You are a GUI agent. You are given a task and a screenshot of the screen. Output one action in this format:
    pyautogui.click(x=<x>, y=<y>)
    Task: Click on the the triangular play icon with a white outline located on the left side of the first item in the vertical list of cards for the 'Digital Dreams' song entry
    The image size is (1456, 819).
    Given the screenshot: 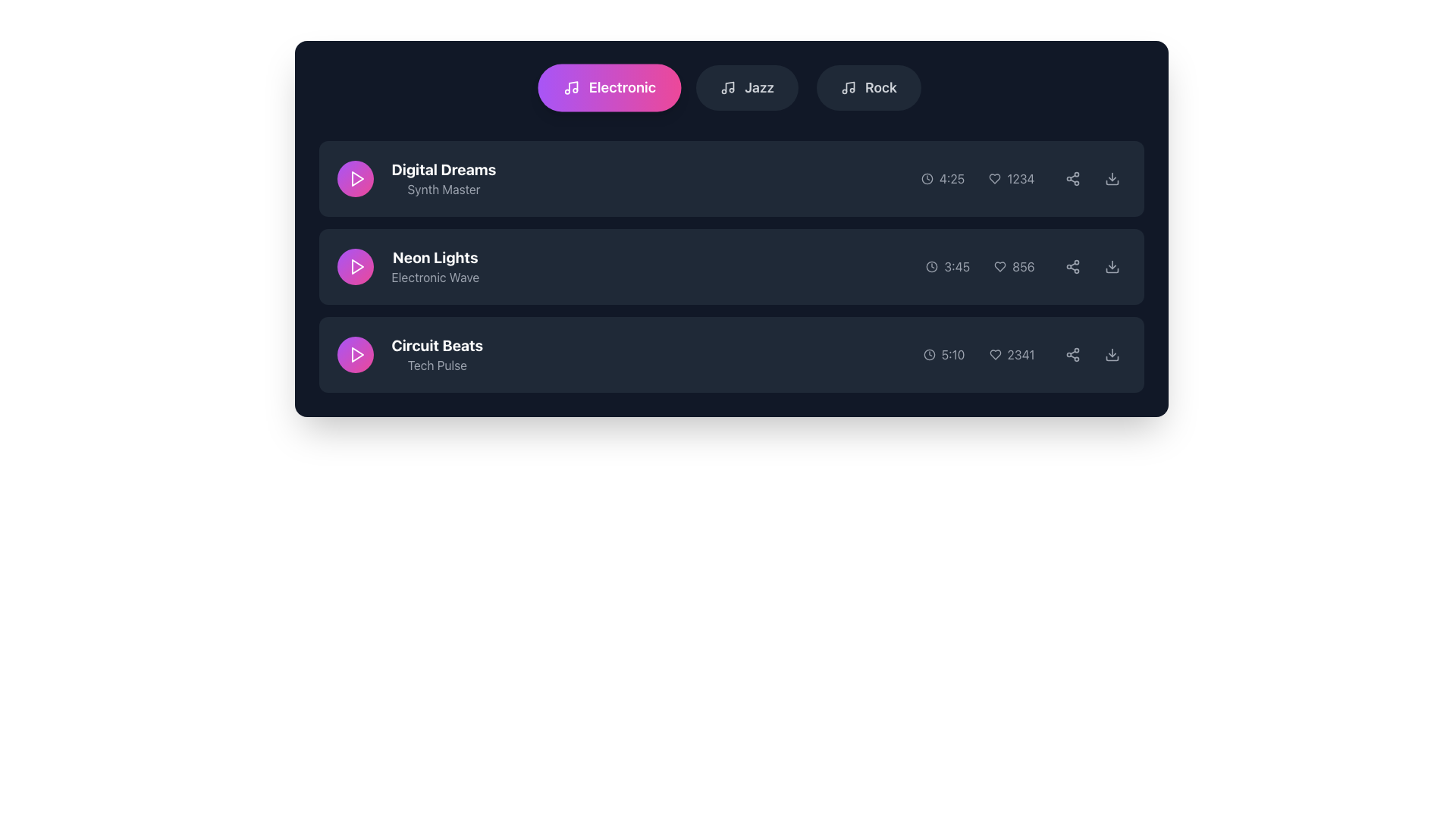 What is the action you would take?
    pyautogui.click(x=356, y=177)
    